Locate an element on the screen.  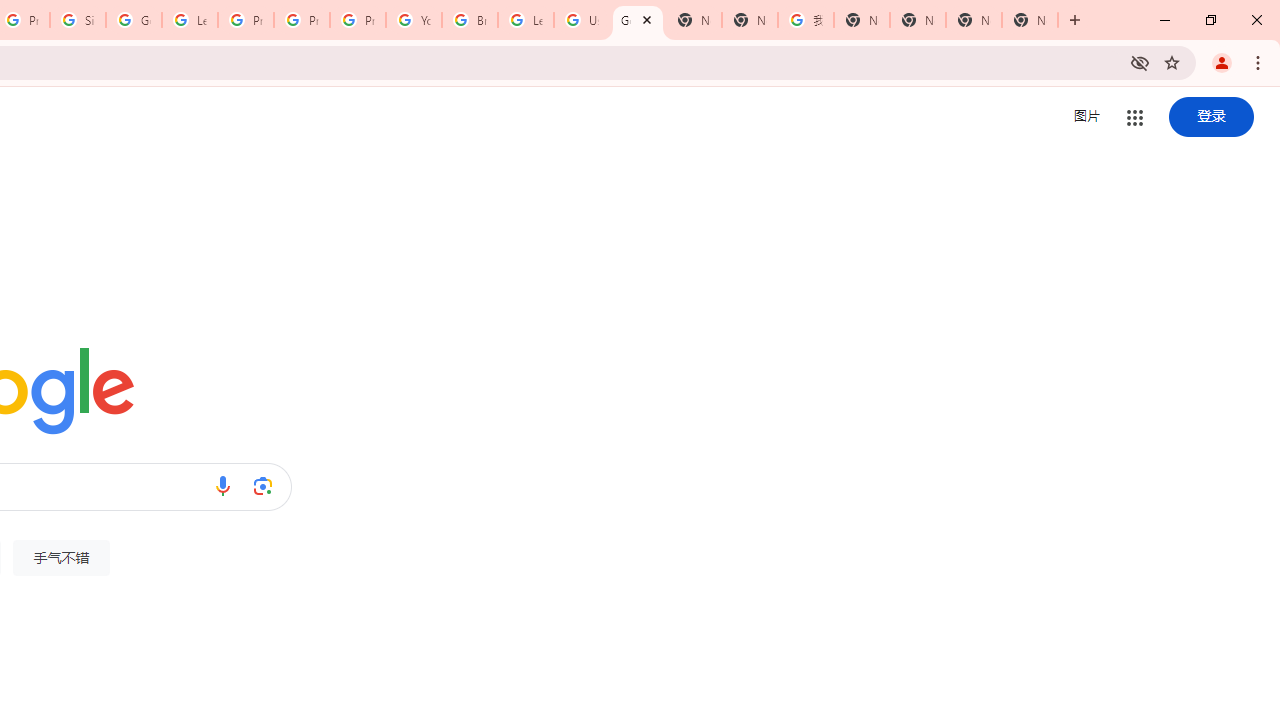
'Sign in - Google Accounts' is located at coordinates (78, 20).